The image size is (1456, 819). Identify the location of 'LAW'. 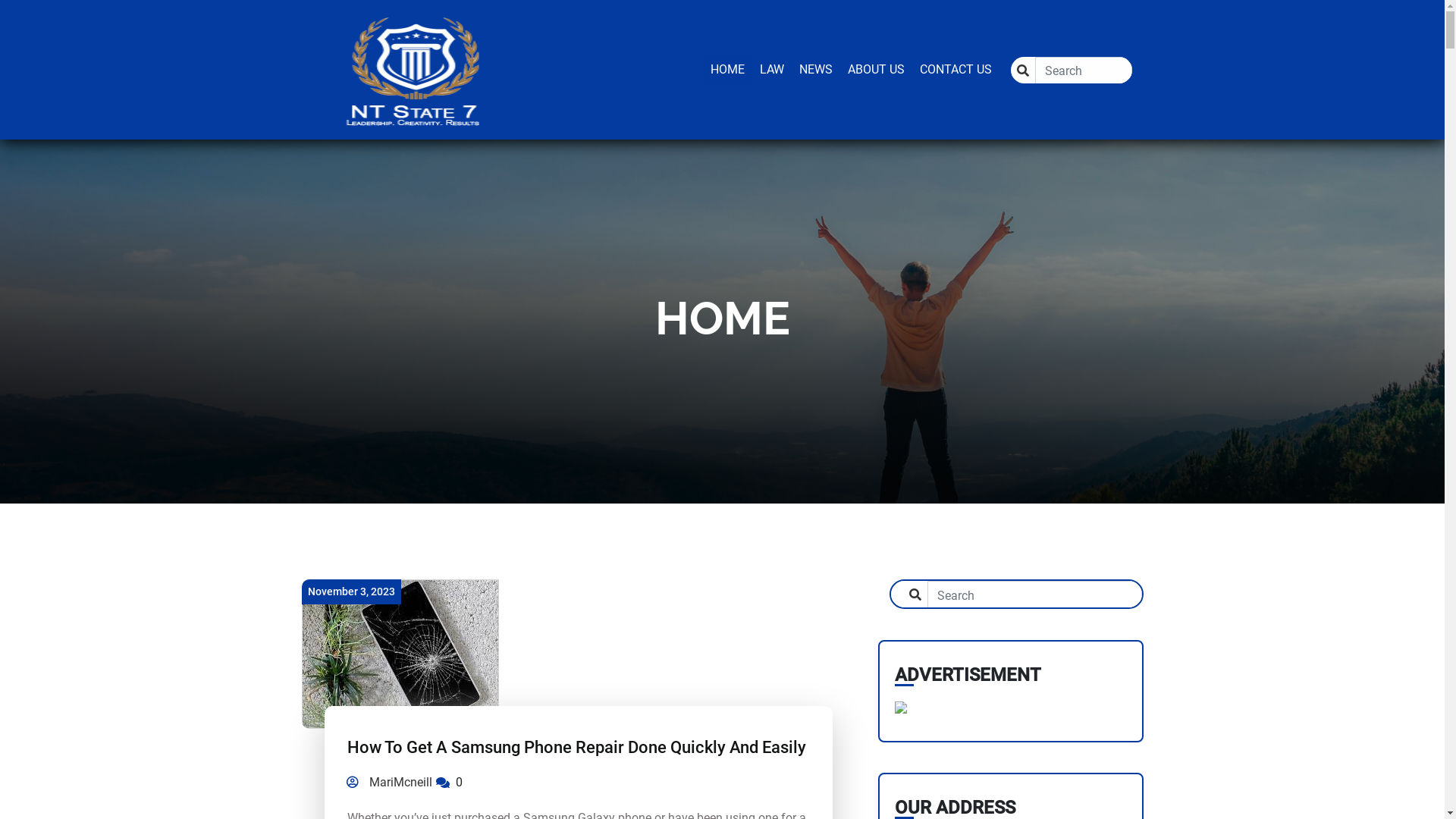
(771, 69).